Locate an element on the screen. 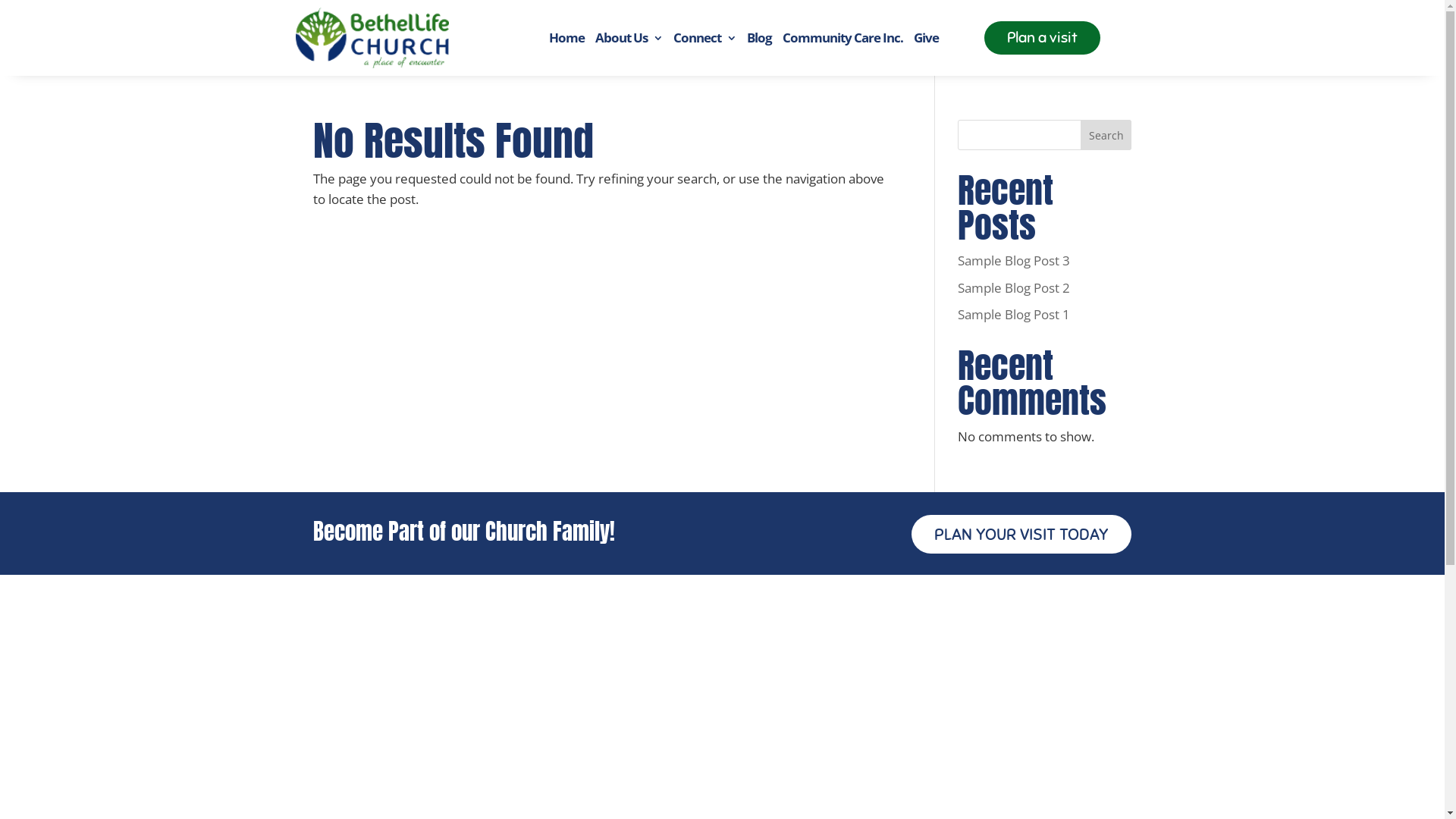 This screenshot has height=819, width=1456. 'Community Care Inc.' is located at coordinates (842, 37).